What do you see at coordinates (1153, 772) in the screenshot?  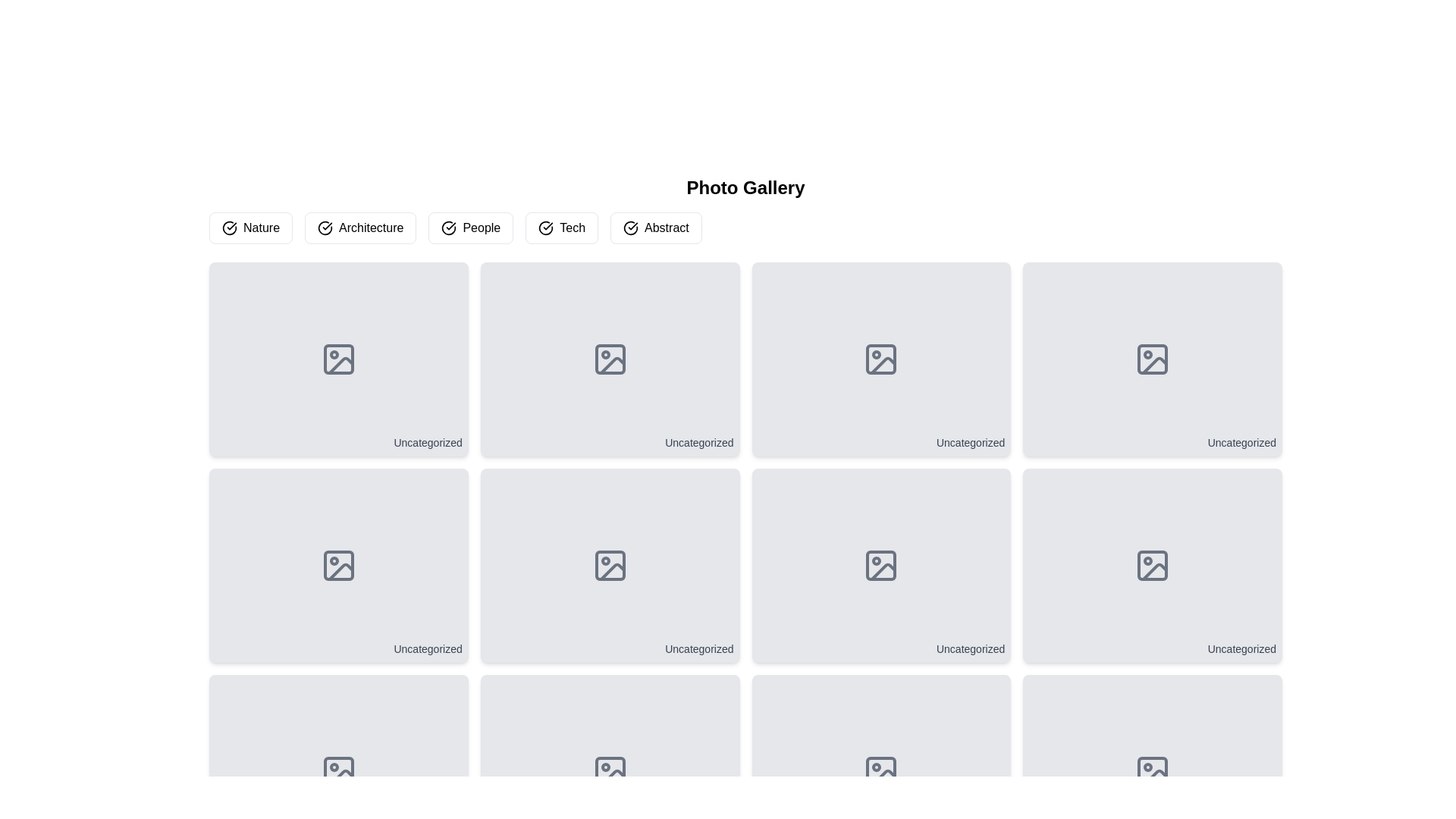 I see `the generic image icon located in the bottom-right tile of the 3-row grid layout, labeled 'Uncategorized'` at bounding box center [1153, 772].